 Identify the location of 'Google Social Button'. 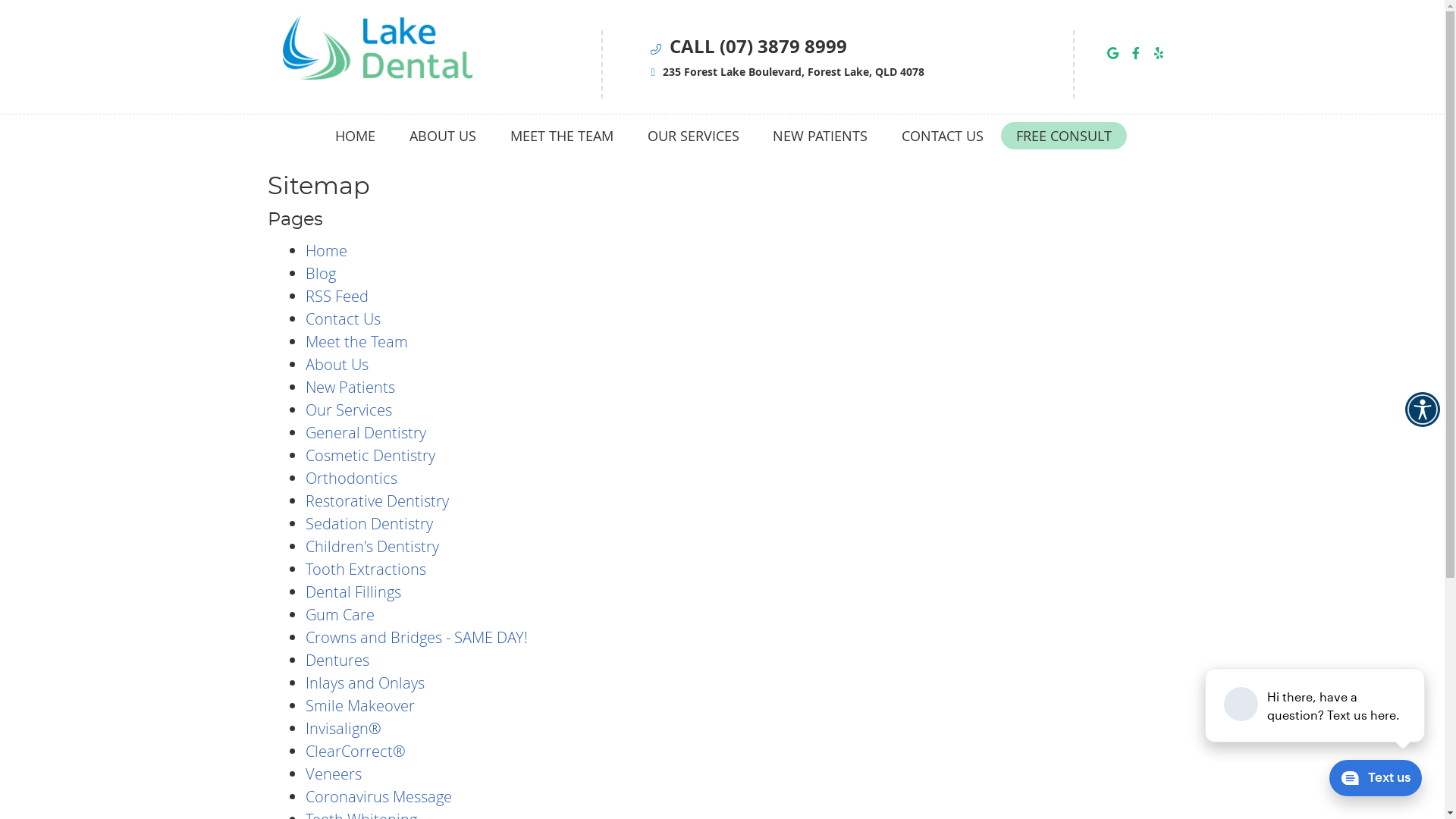
(1113, 52).